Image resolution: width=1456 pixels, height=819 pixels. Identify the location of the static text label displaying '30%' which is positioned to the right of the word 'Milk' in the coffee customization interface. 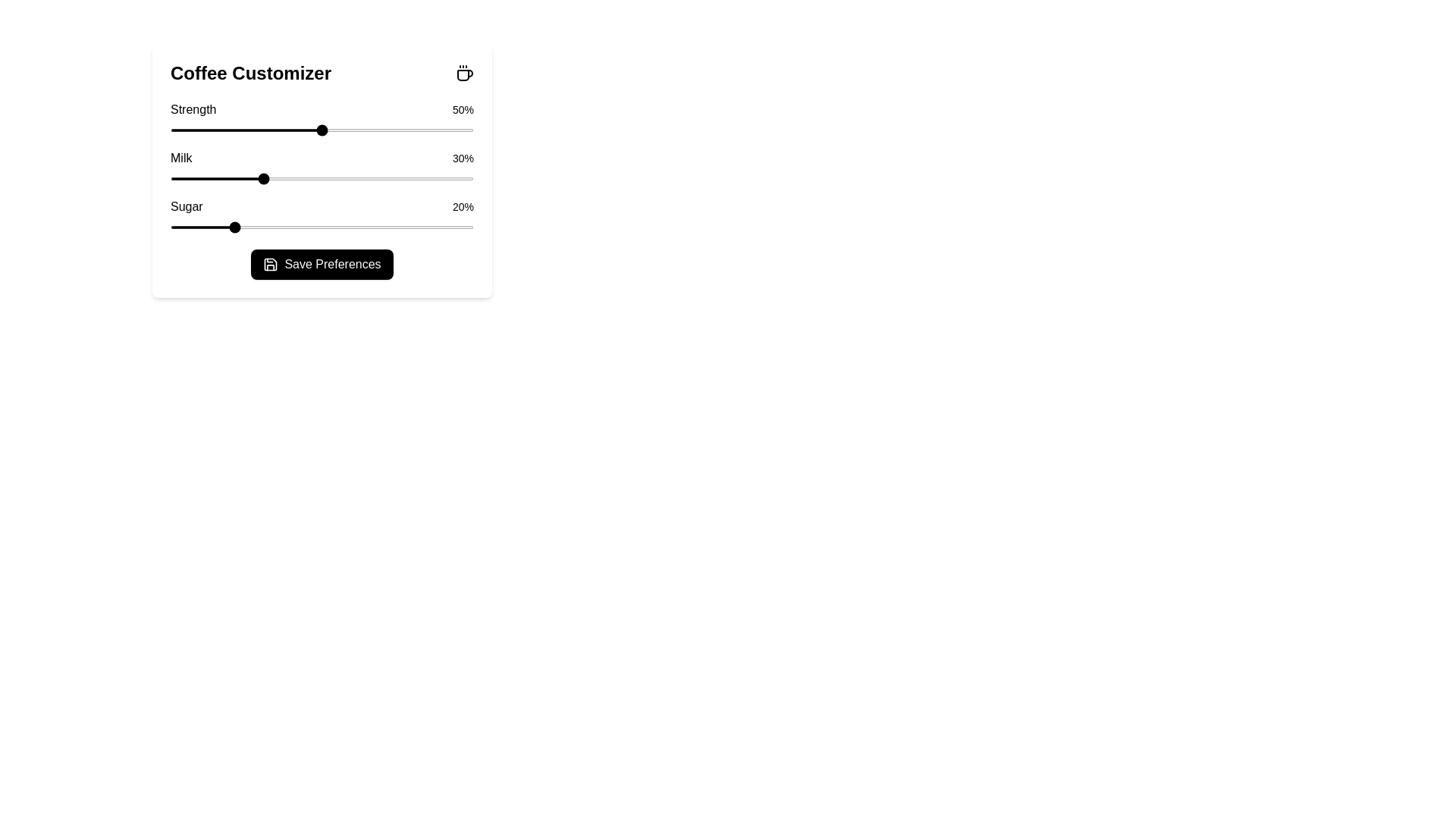
(462, 158).